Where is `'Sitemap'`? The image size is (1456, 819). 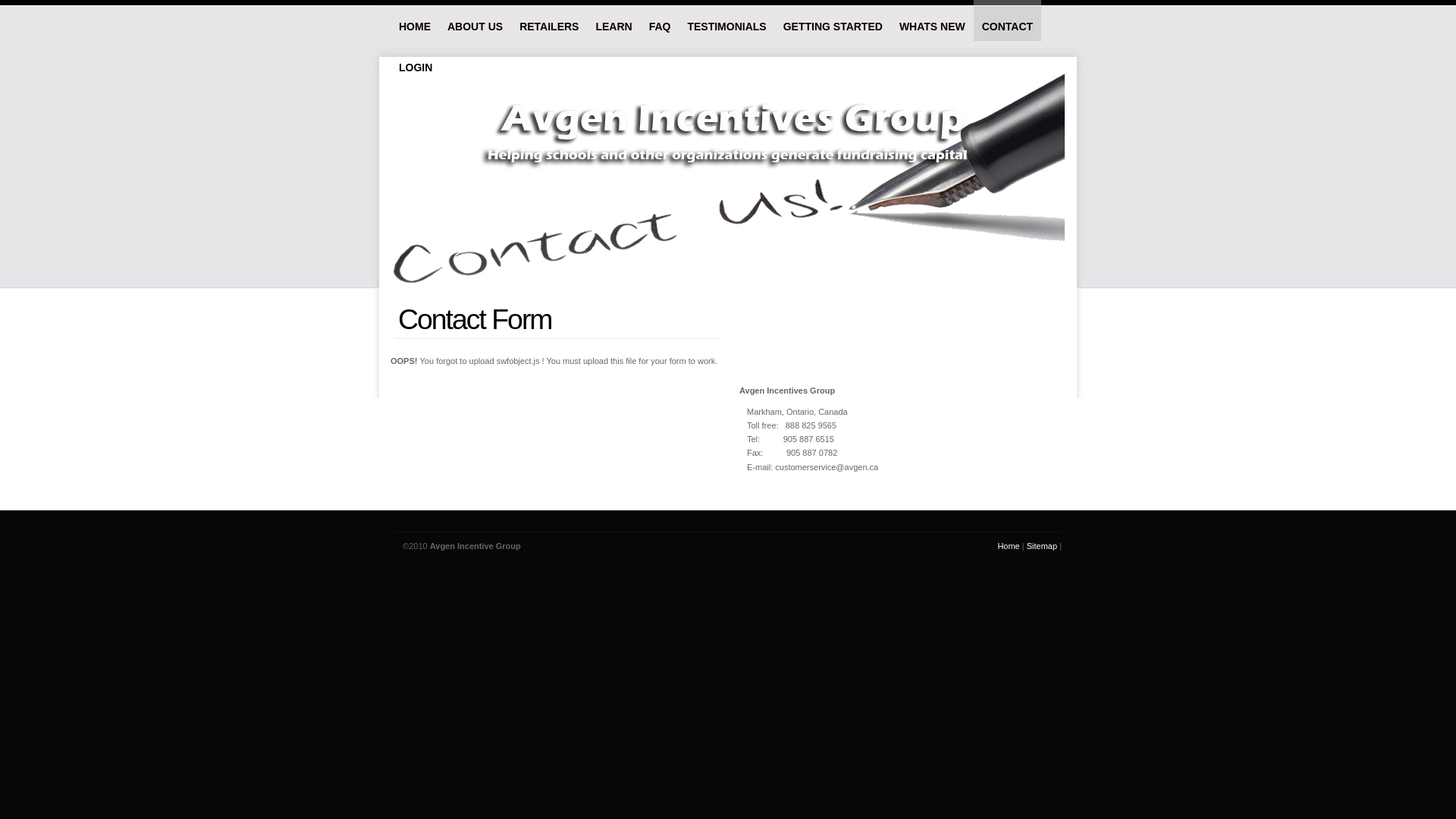
'Sitemap' is located at coordinates (1040, 546).